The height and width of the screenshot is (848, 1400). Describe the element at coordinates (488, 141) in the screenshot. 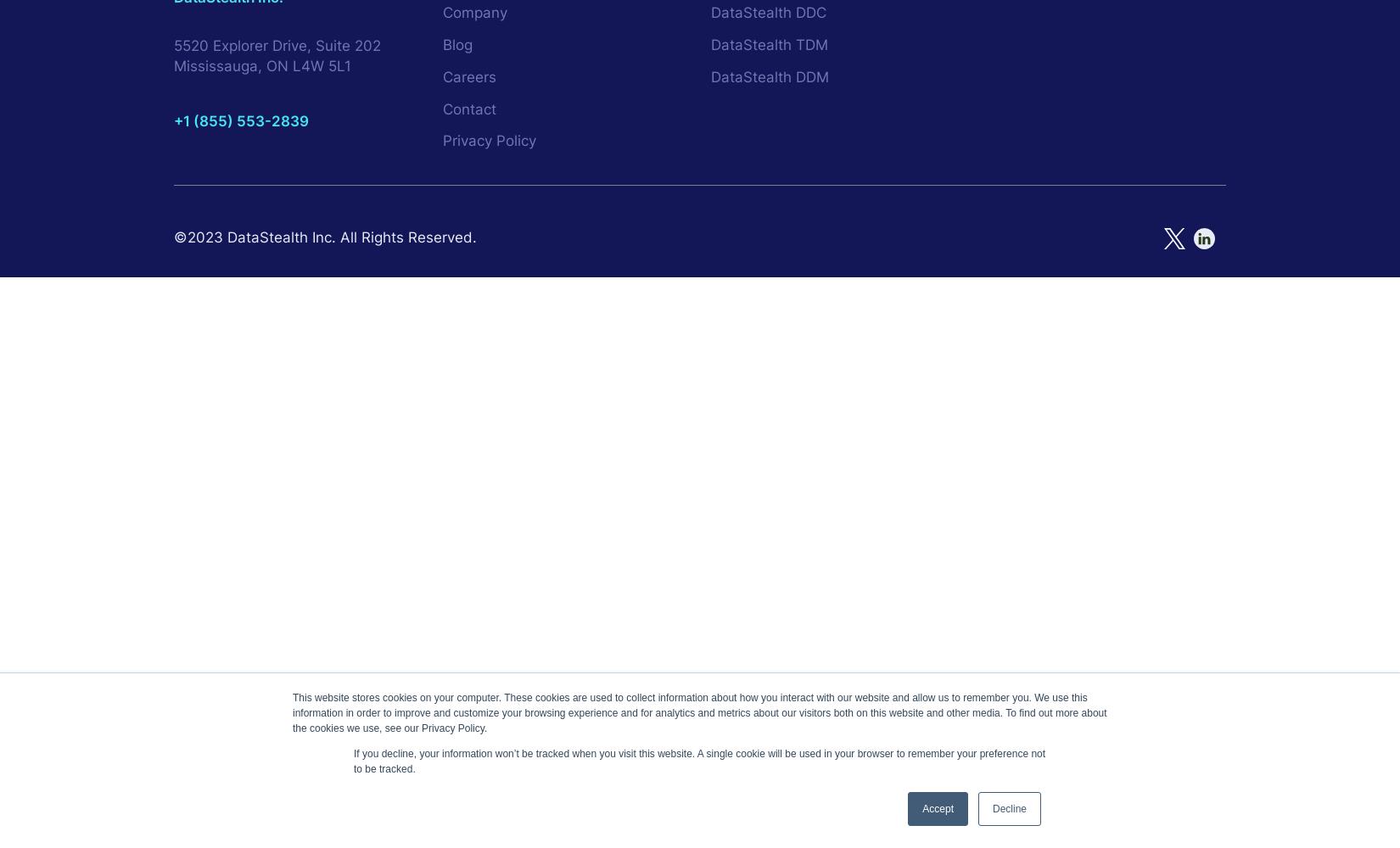

I see `'Privacy Policy'` at that location.